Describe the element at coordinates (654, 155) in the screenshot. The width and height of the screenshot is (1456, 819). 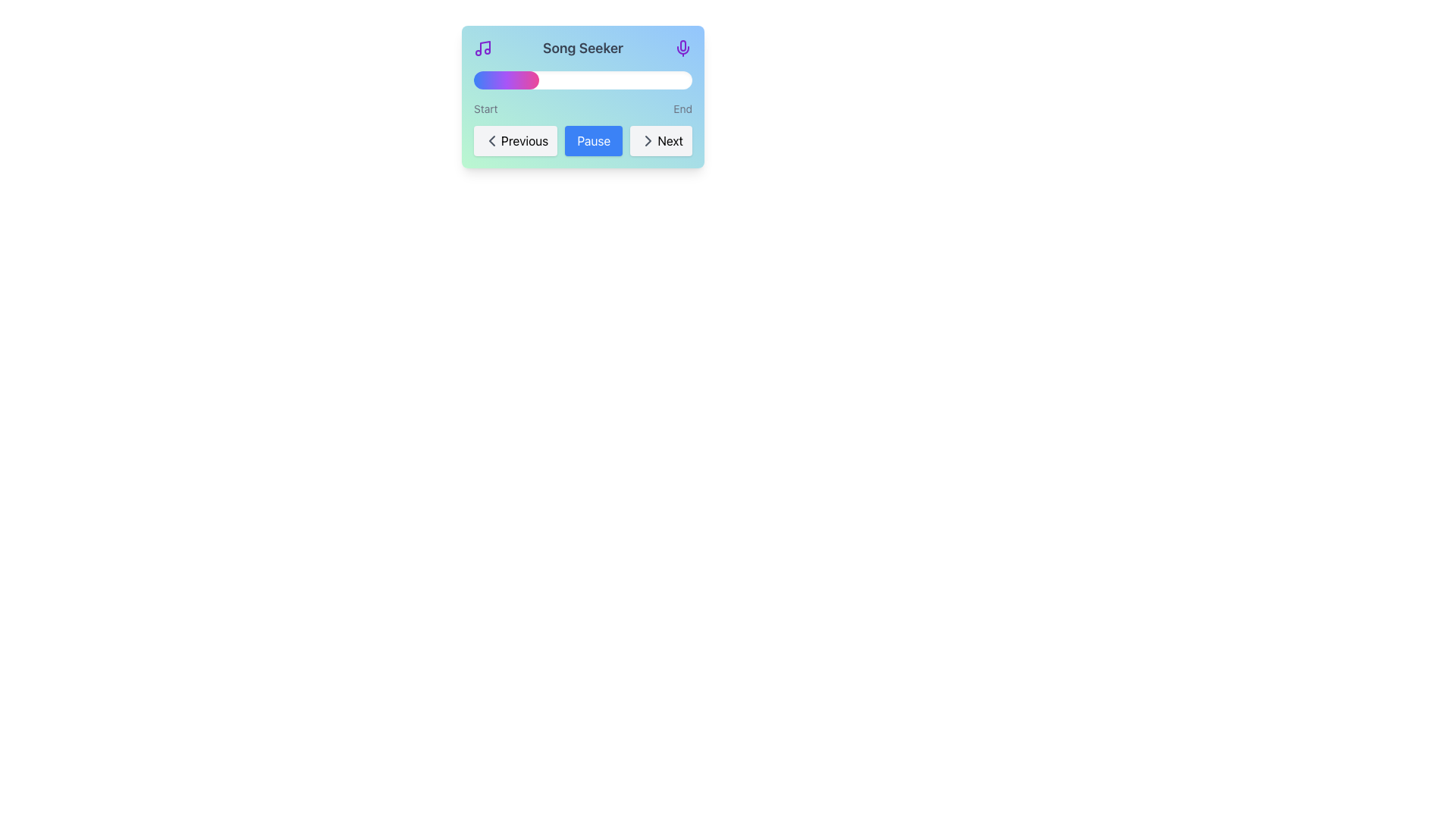
I see `the 'Next' button located at the bottom right of the widget interface` at that location.